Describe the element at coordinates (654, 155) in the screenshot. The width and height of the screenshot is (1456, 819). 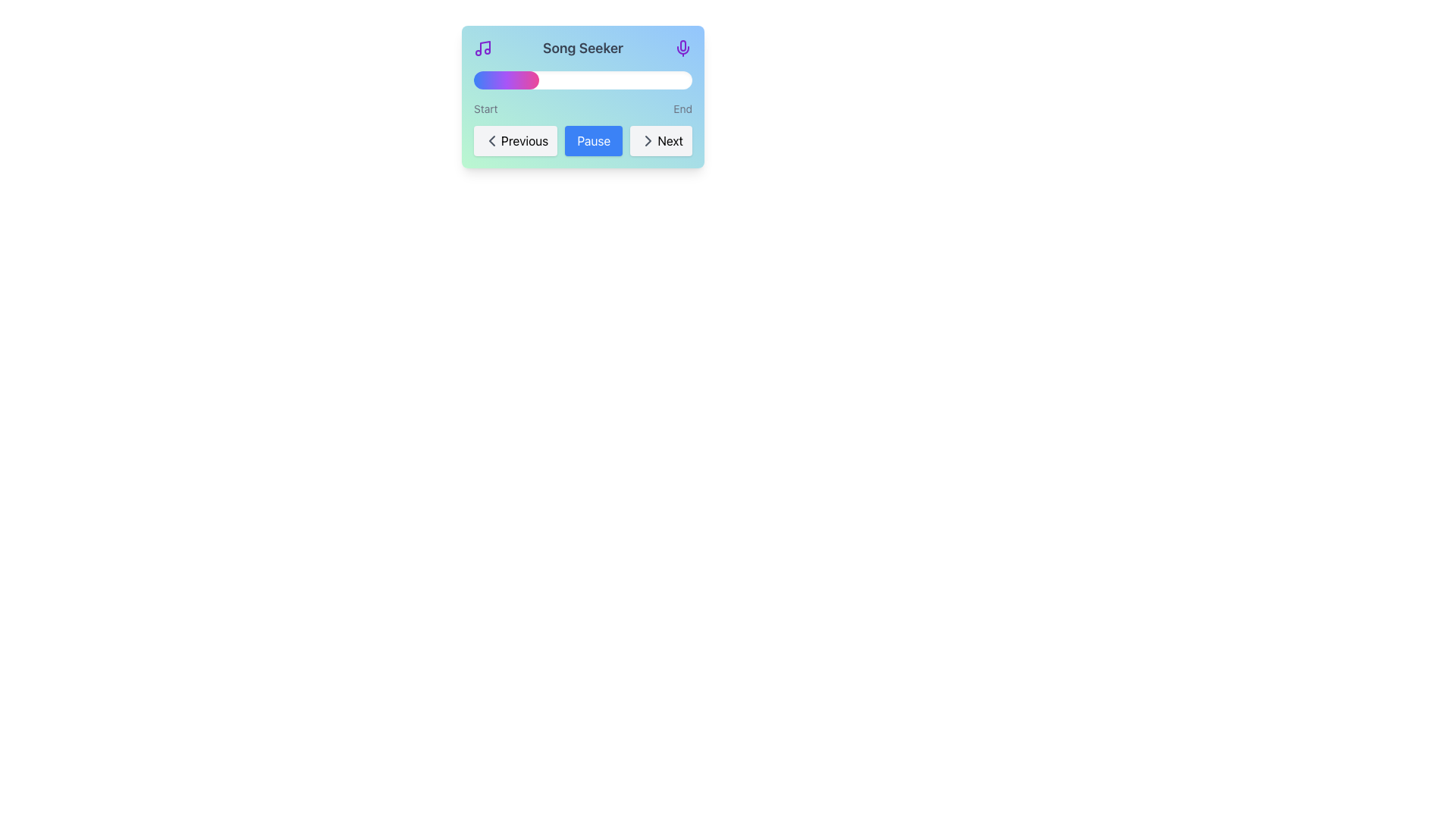
I see `the 'Next' button located at the bottom right of the widget interface` at that location.